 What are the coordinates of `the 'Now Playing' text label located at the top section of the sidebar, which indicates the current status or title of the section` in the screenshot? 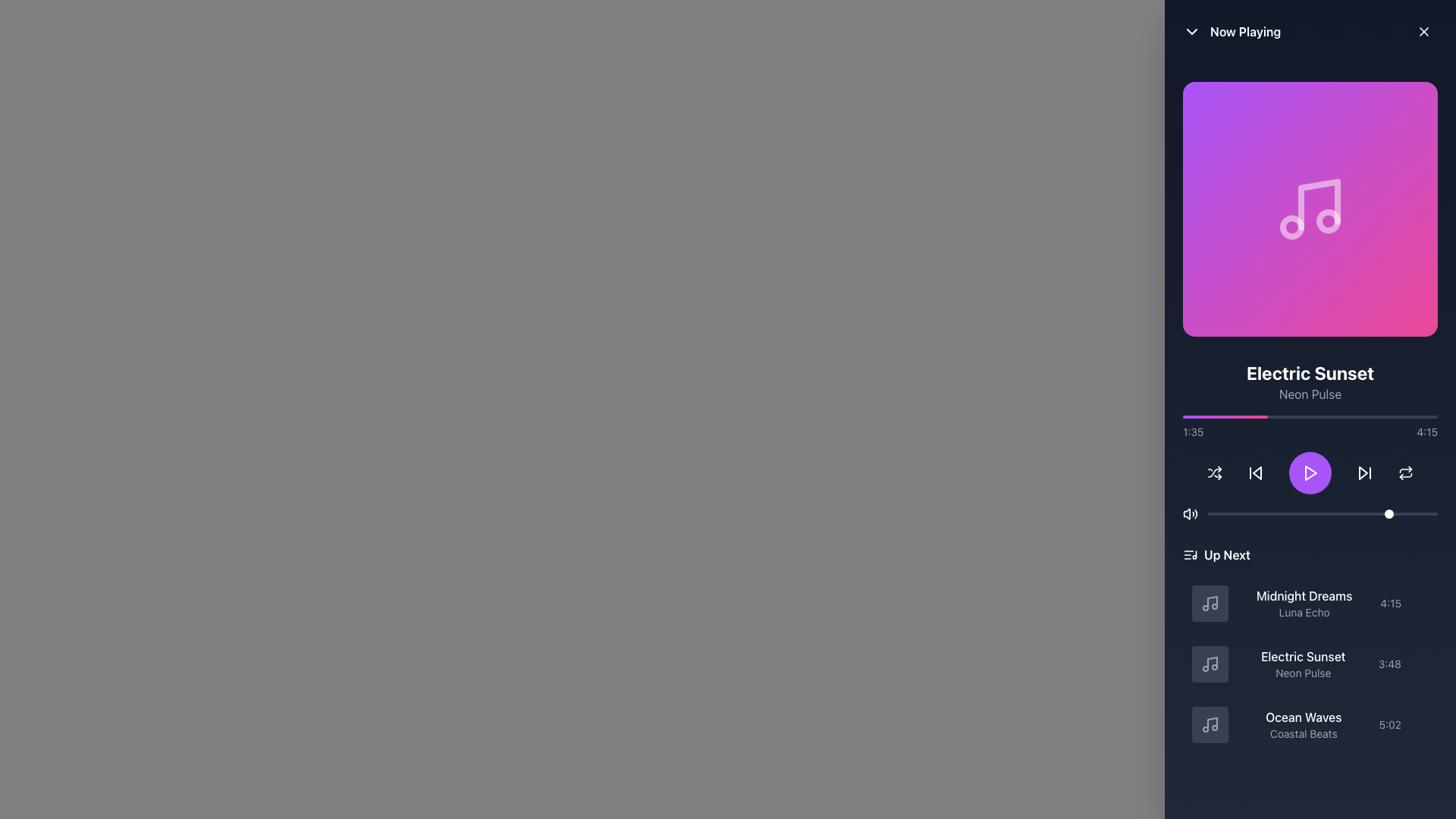 It's located at (1245, 32).